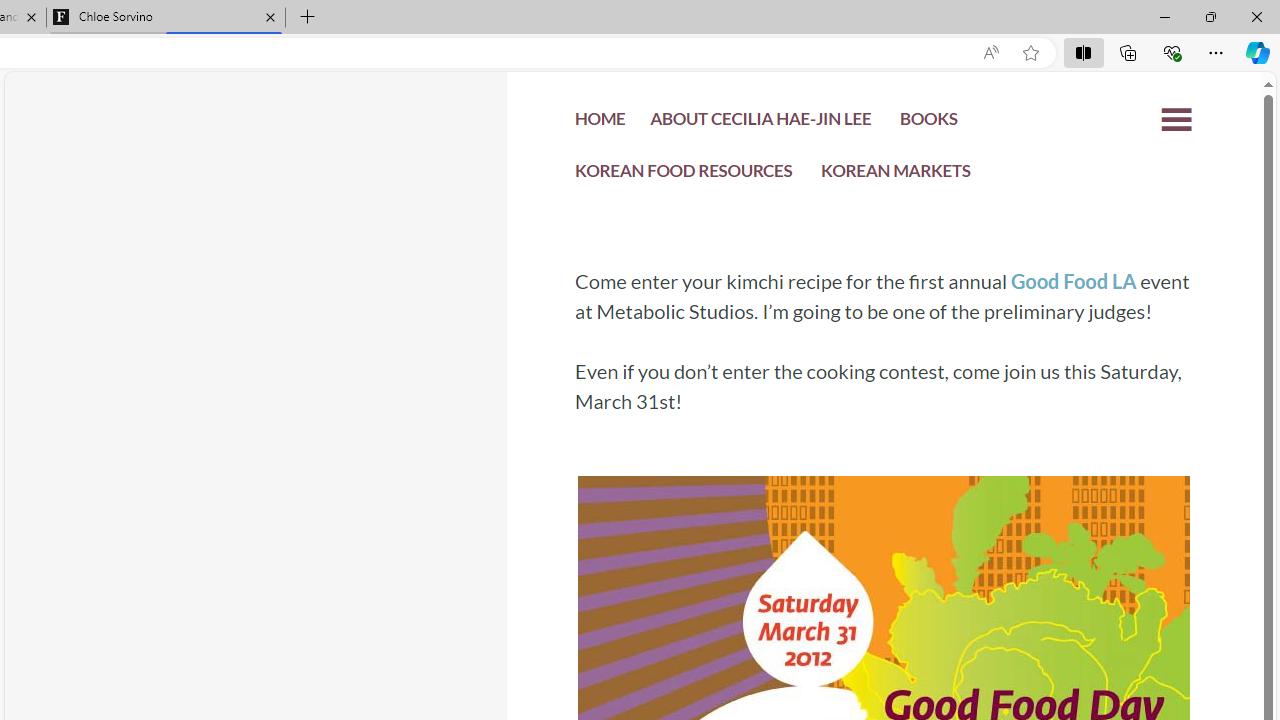  What do you see at coordinates (1164, 16) in the screenshot?
I see `'Minimize'` at bounding box center [1164, 16].